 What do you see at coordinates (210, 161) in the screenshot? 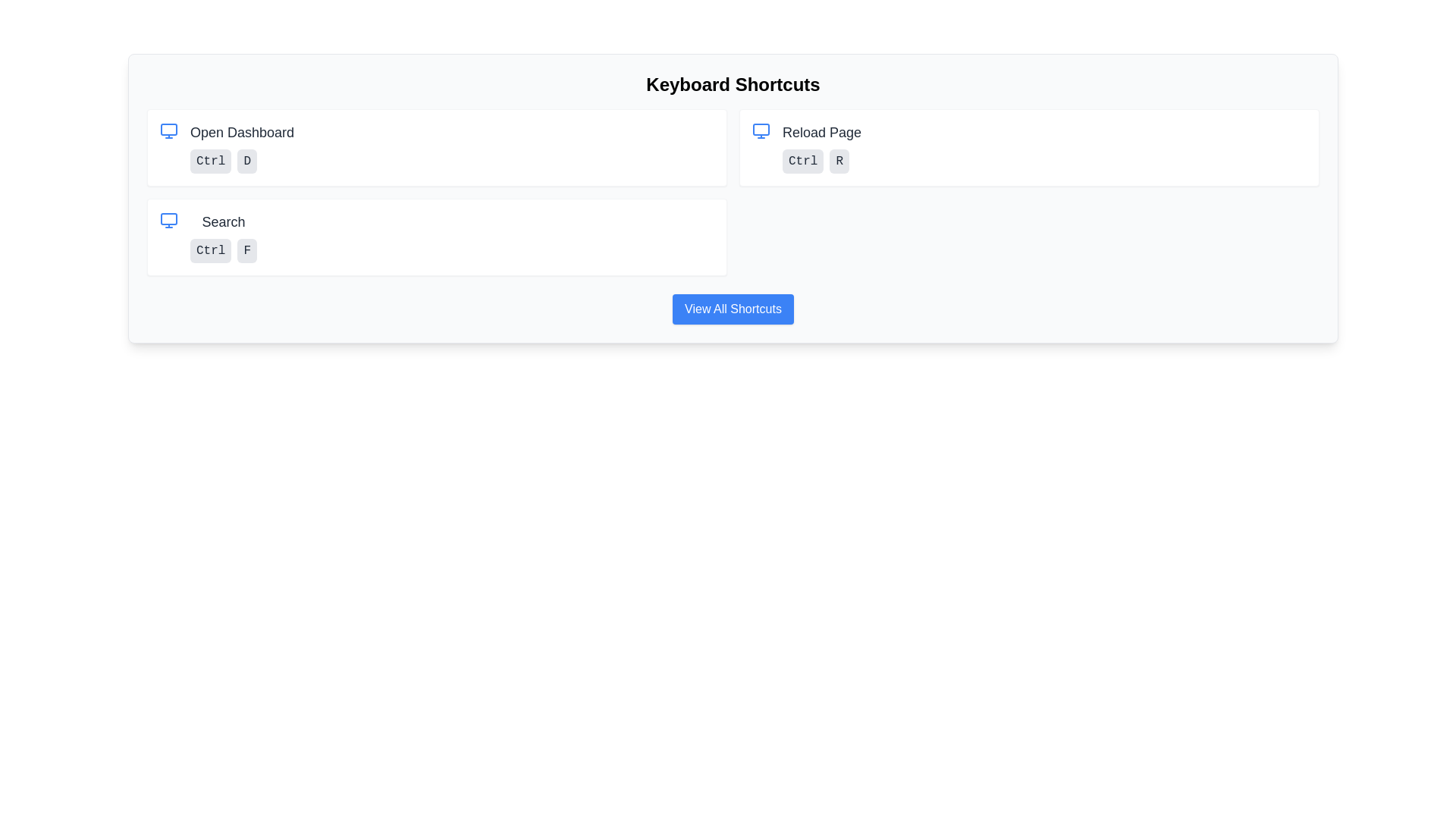
I see `the static visual indicator representing the 'Ctrl' key, which is the first element in the horizontal button group within the 'Open Dashboard' section` at bounding box center [210, 161].